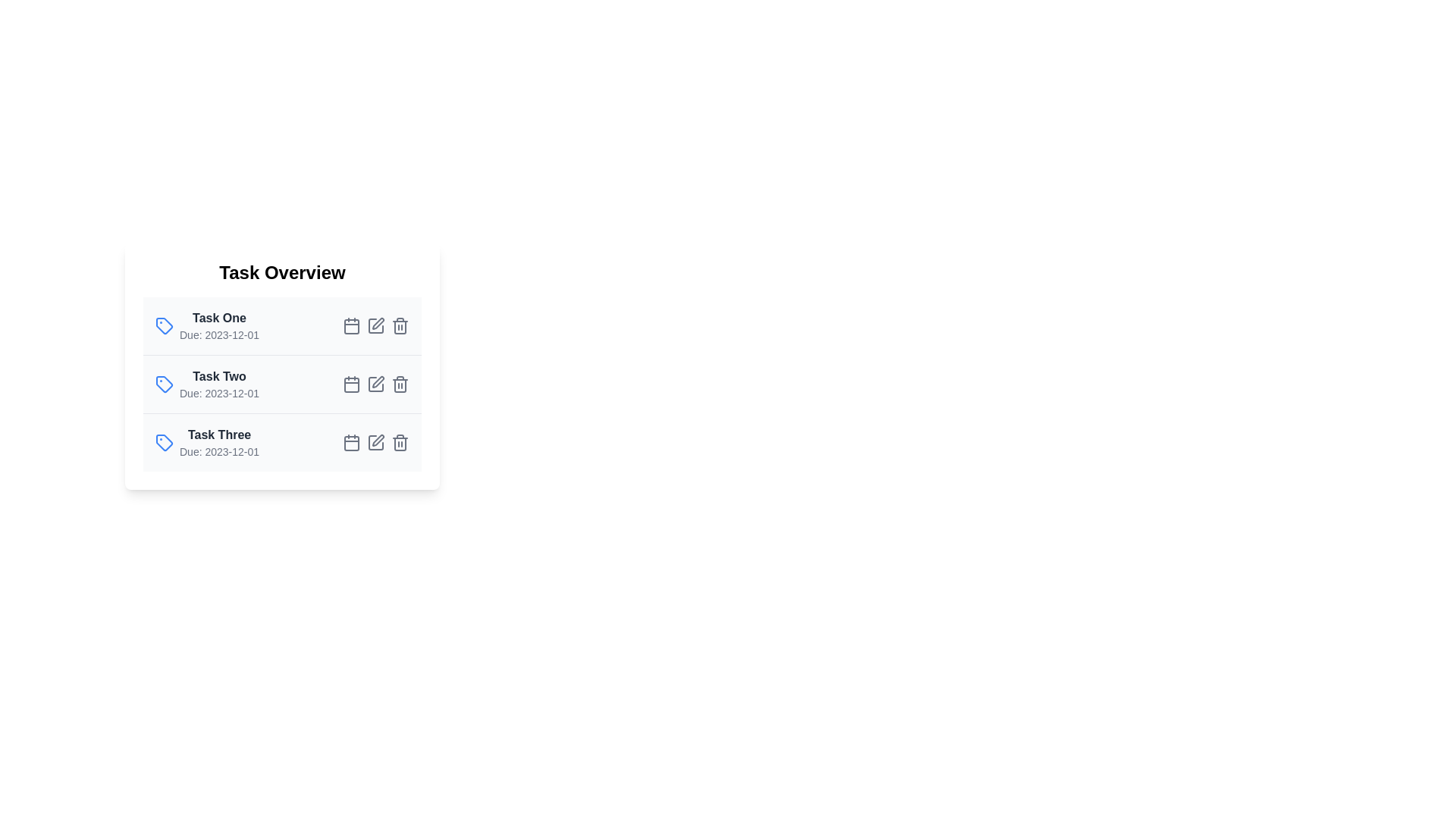 The image size is (1456, 819). Describe the element at coordinates (375, 325) in the screenshot. I see `the edit button, which is the middle icon in the action button group to the right of the row labeled 'Task One Due: 2023-12-01', to initiate editing` at that location.